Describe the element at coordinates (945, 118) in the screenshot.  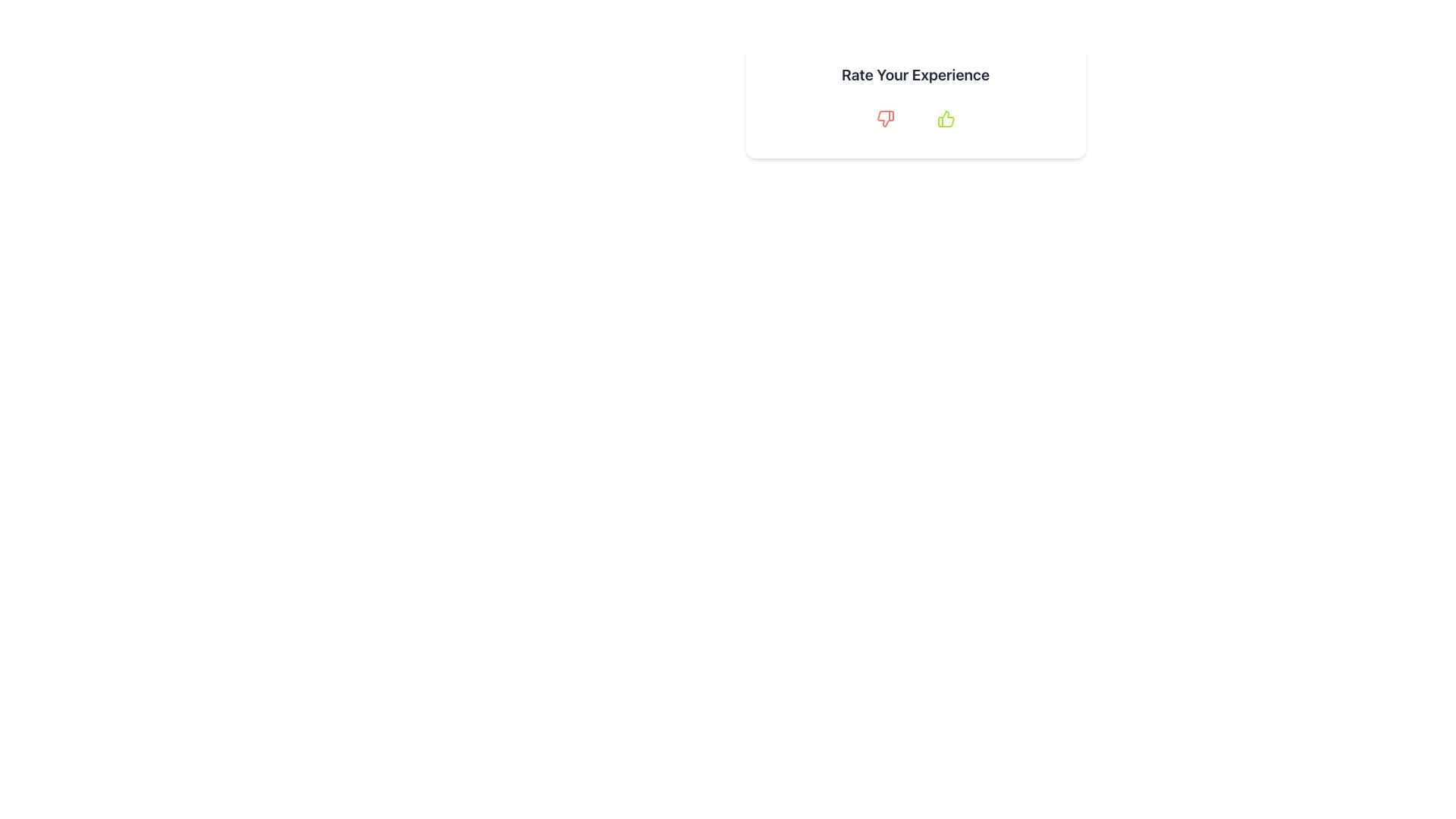
I see `the circular green thumbs-up button located in the 'Rate Your Experience' section to provide positive feedback` at that location.